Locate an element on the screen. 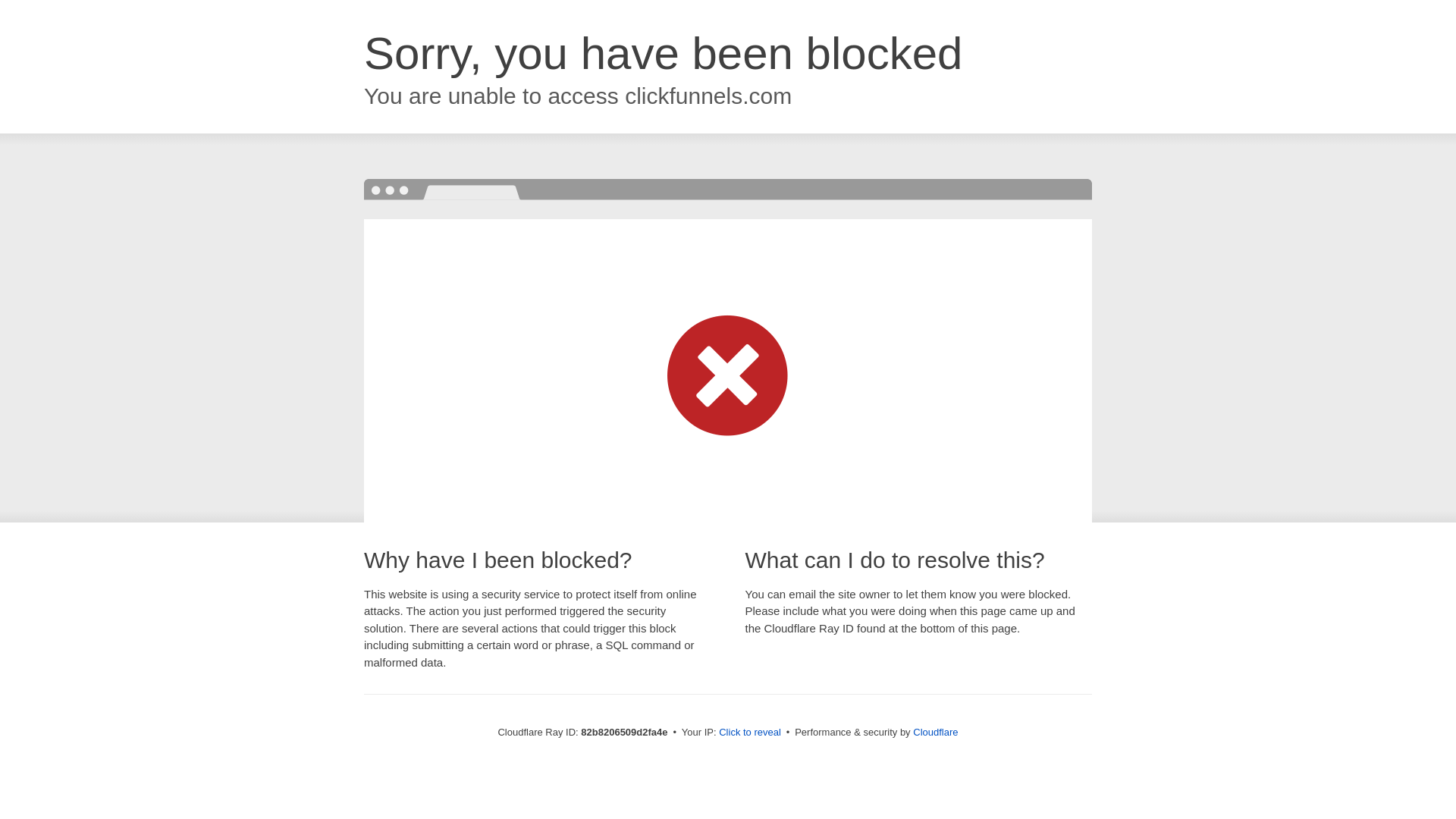 The image size is (1456, 819). 'Cloudflare' is located at coordinates (934, 731).